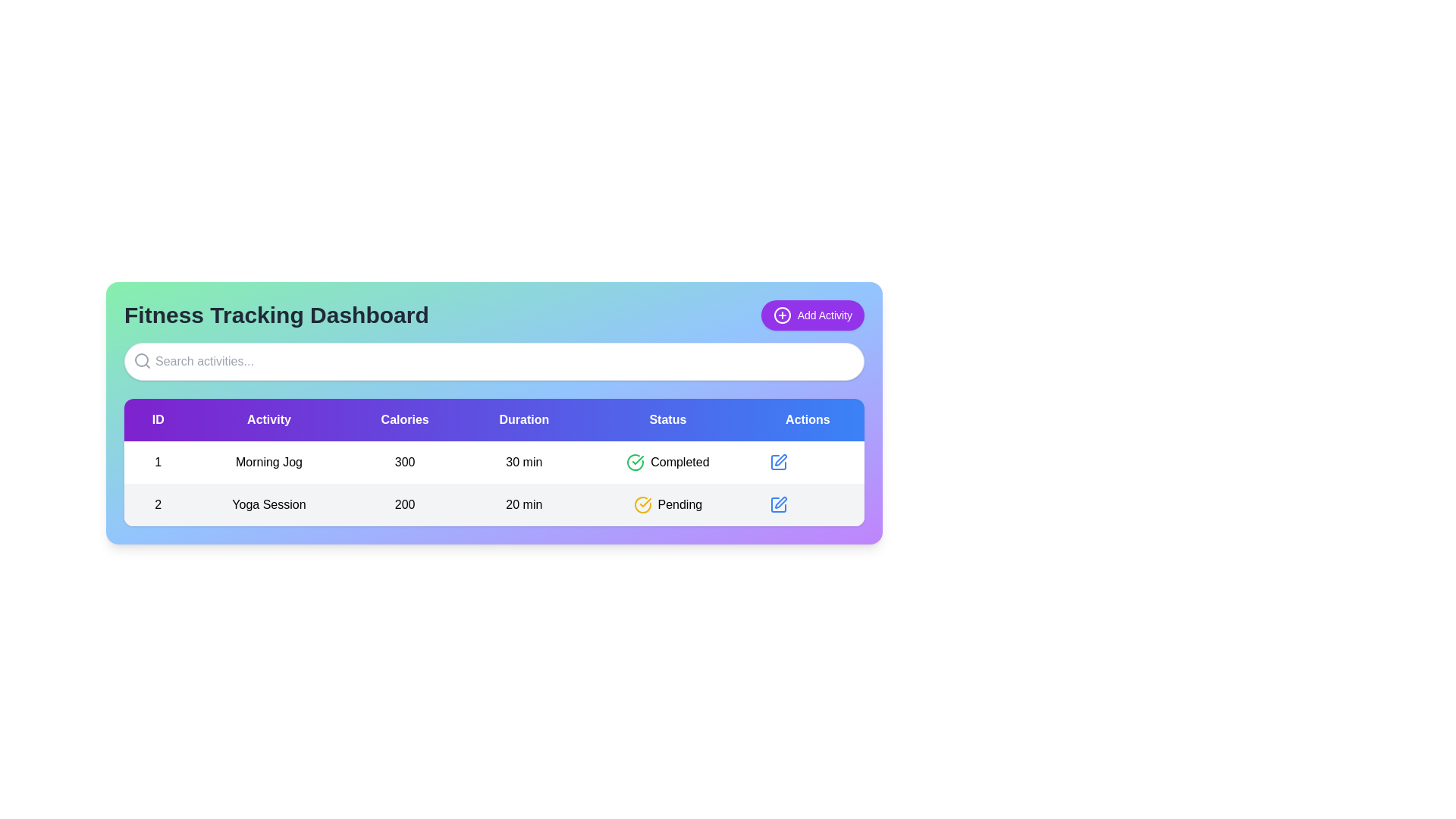 The width and height of the screenshot is (1456, 819). Describe the element at coordinates (667, 420) in the screenshot. I see `the 'Status' header cell in the table, which is the fifth header cell situated between 'Duration' and 'Actions'` at that location.